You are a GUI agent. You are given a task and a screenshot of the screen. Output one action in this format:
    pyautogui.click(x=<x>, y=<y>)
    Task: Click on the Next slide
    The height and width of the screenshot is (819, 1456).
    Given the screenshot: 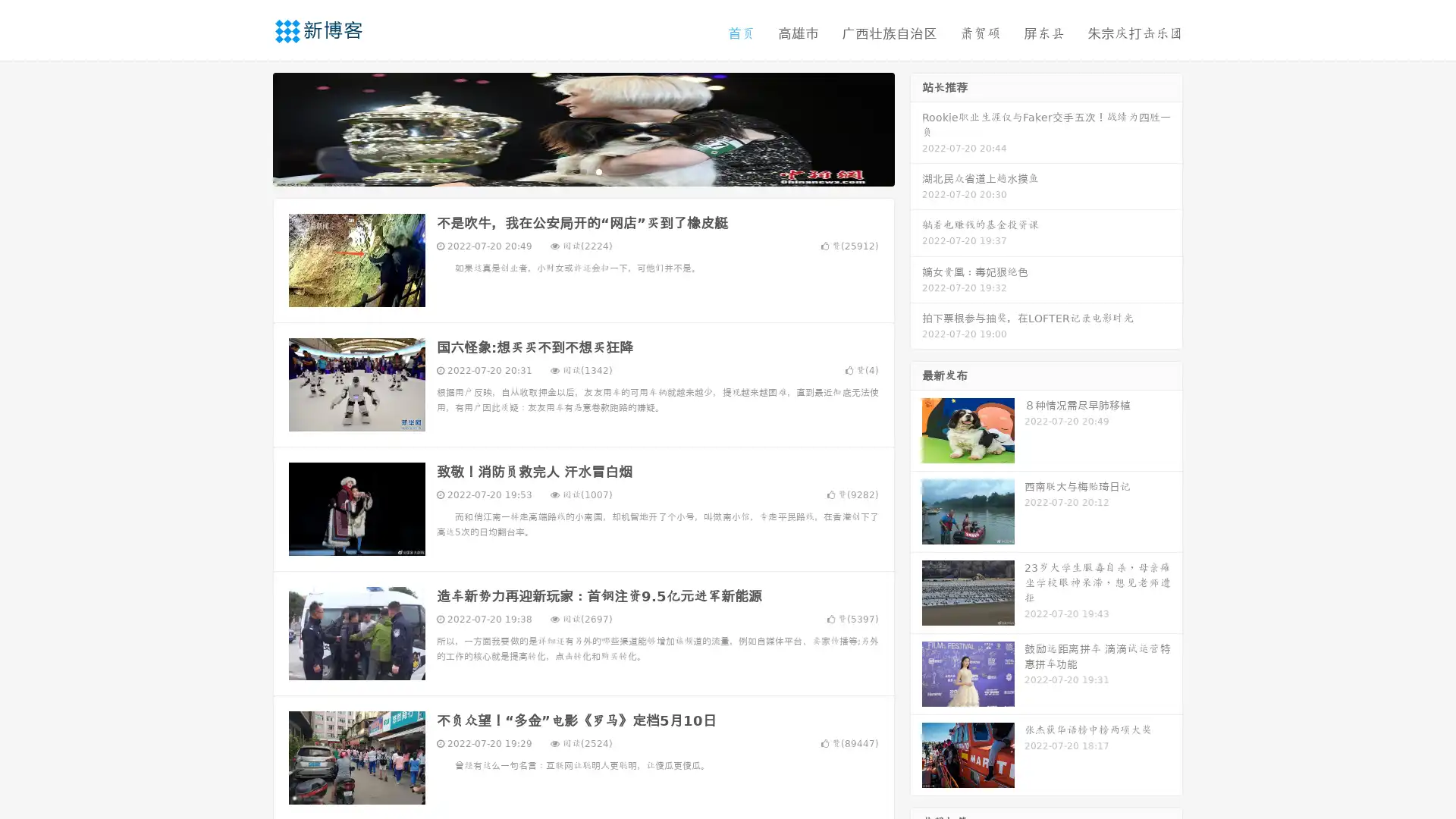 What is the action you would take?
    pyautogui.click(x=916, y=127)
    